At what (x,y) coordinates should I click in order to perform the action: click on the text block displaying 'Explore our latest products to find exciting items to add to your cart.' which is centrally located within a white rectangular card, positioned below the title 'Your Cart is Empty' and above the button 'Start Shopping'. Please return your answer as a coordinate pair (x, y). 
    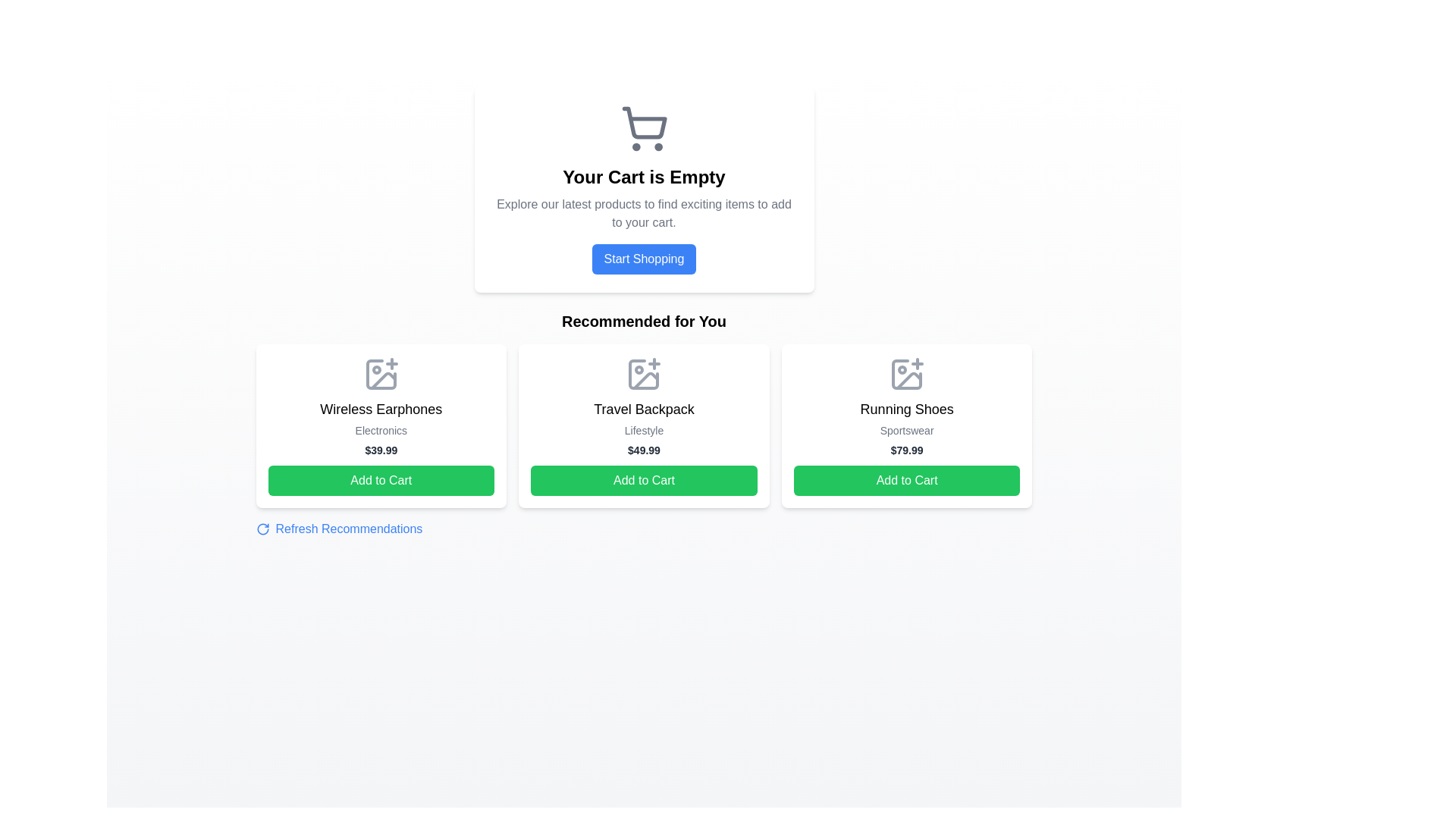
    Looking at the image, I should click on (644, 213).